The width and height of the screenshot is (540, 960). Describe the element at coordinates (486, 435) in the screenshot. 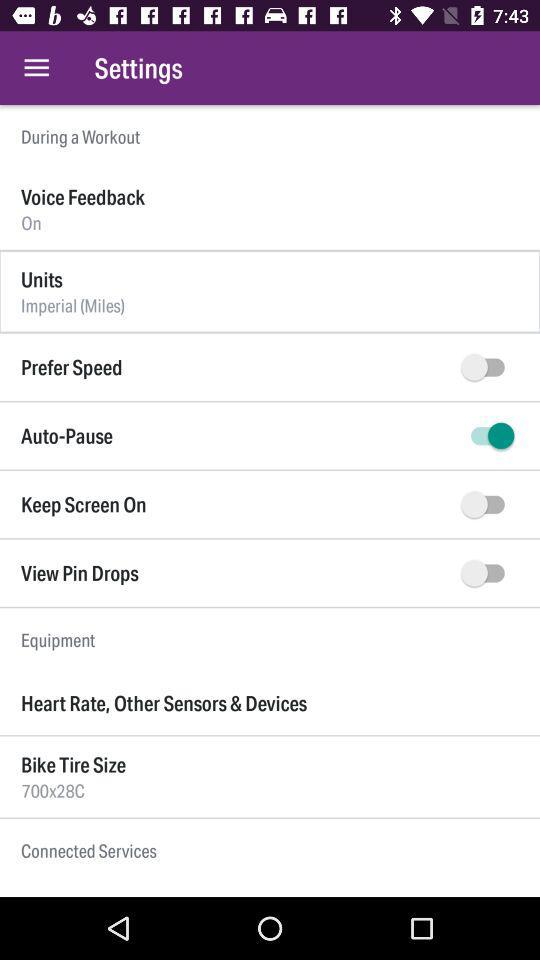

I see `auto-pause option` at that location.